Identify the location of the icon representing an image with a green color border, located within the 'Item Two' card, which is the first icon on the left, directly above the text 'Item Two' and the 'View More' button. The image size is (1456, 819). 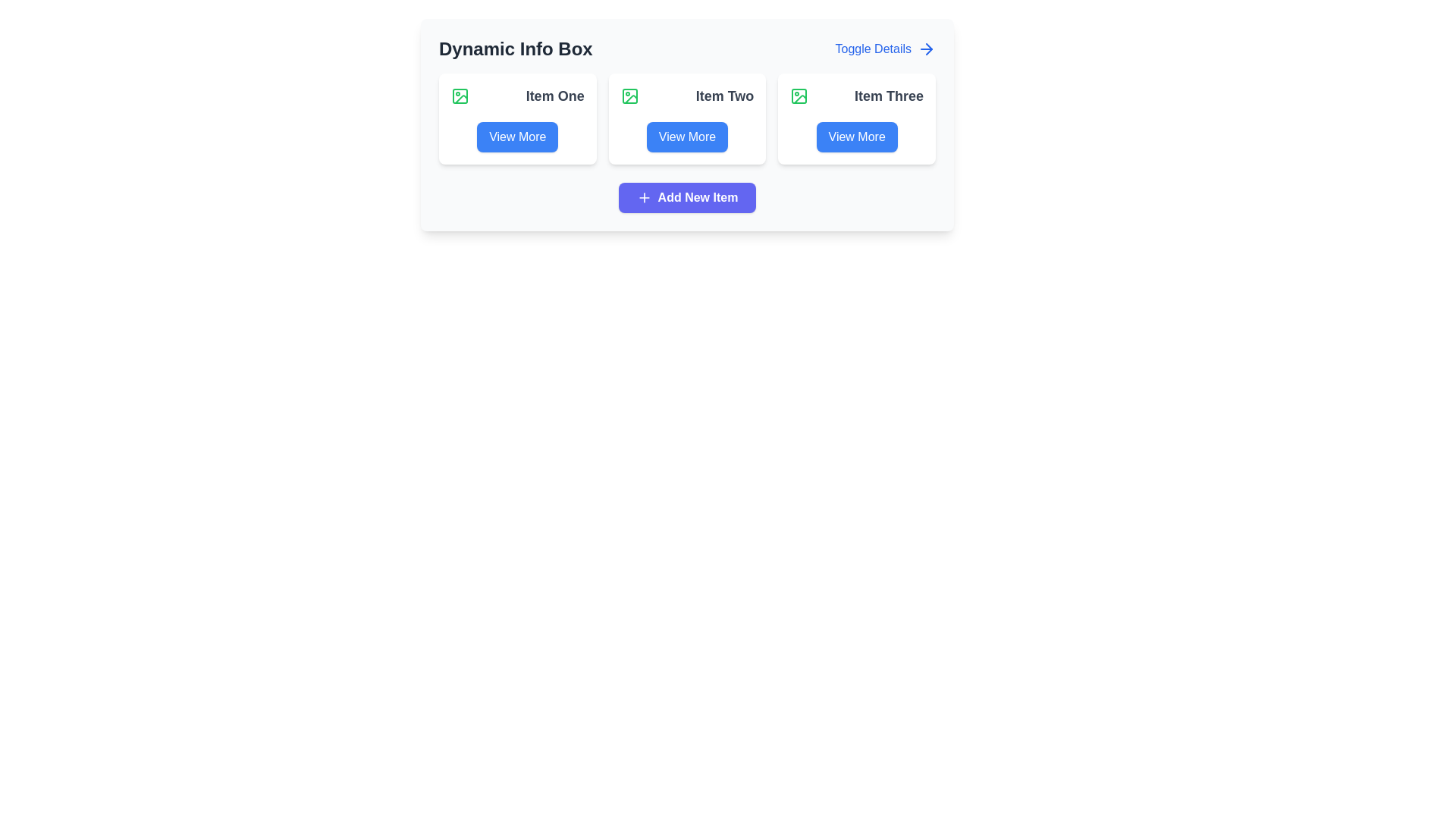
(629, 96).